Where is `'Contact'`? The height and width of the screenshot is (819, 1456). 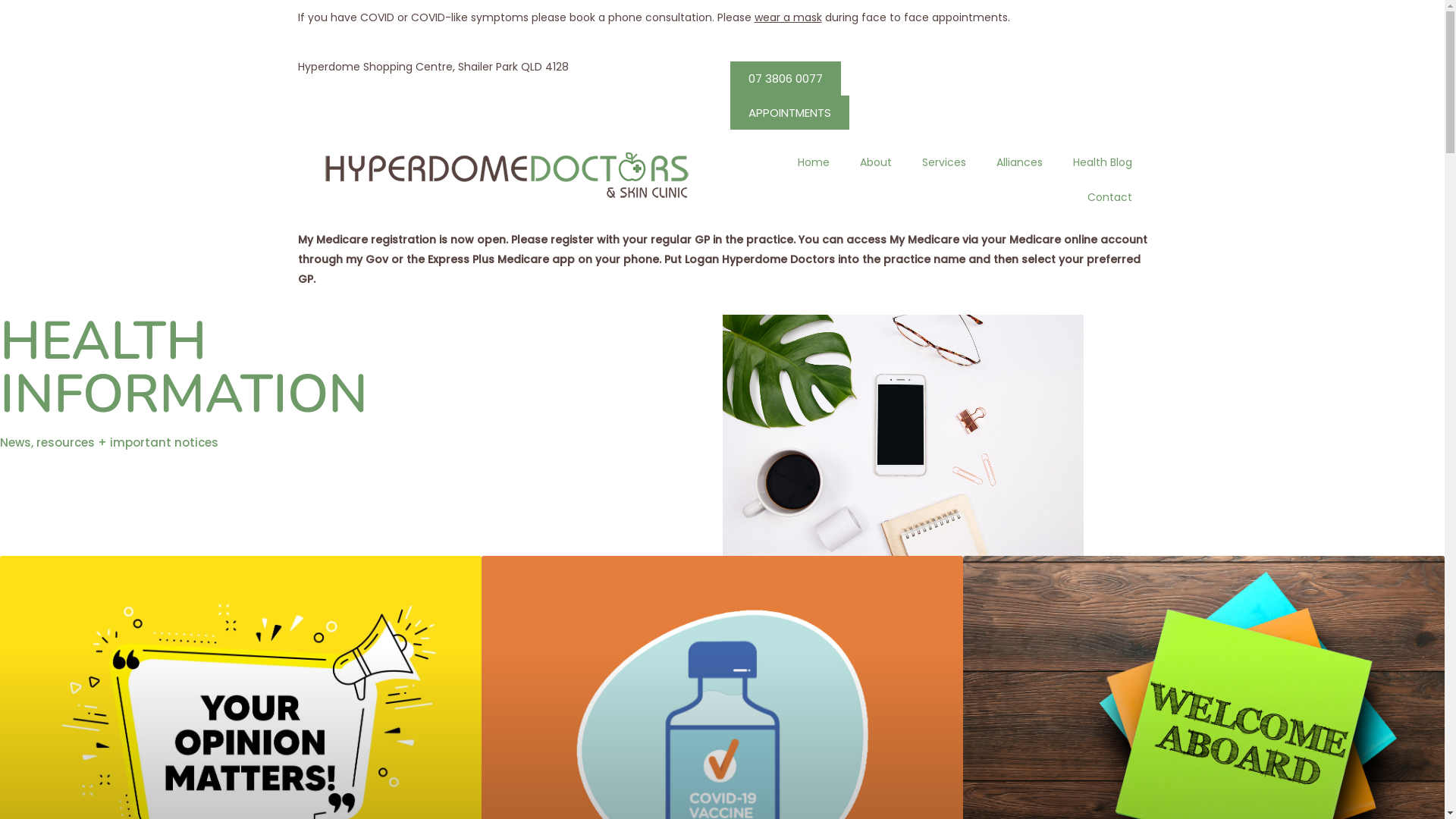
'Contact' is located at coordinates (1072, 195).